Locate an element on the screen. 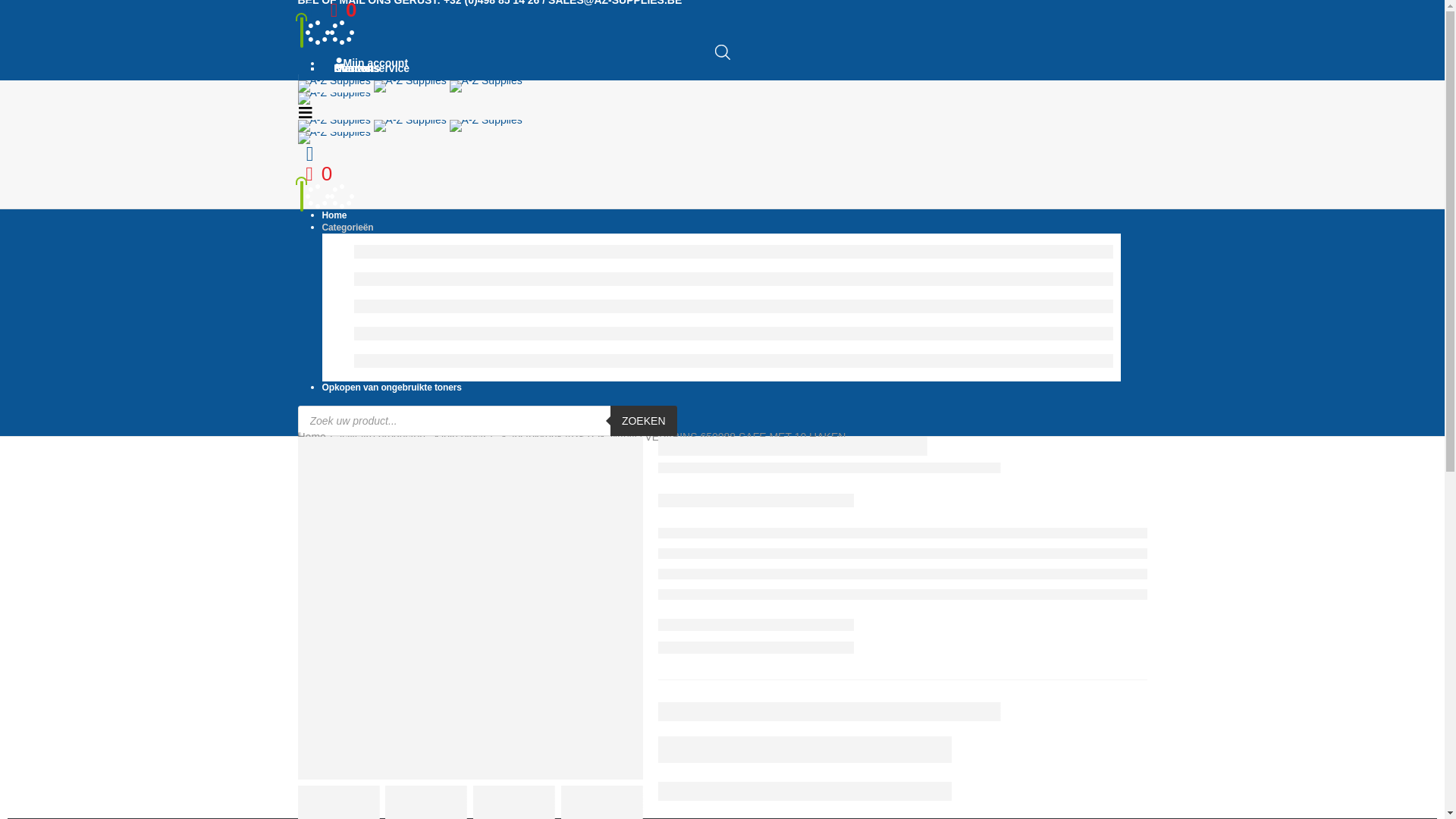  'Mijn account' is located at coordinates (367, 62).